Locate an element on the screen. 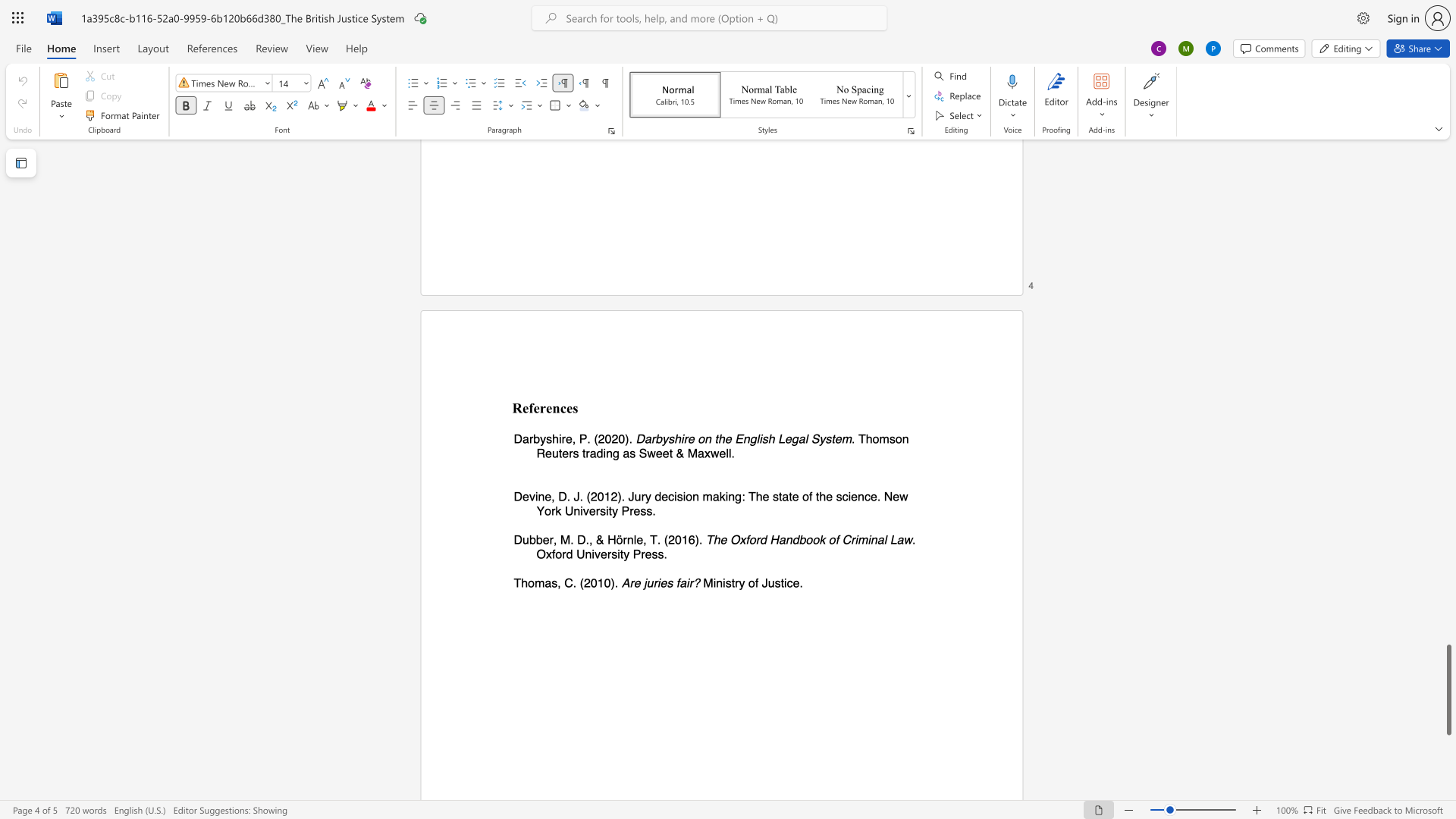  the right-hand scrollbar to ascend the page is located at coordinates (1448, 363).